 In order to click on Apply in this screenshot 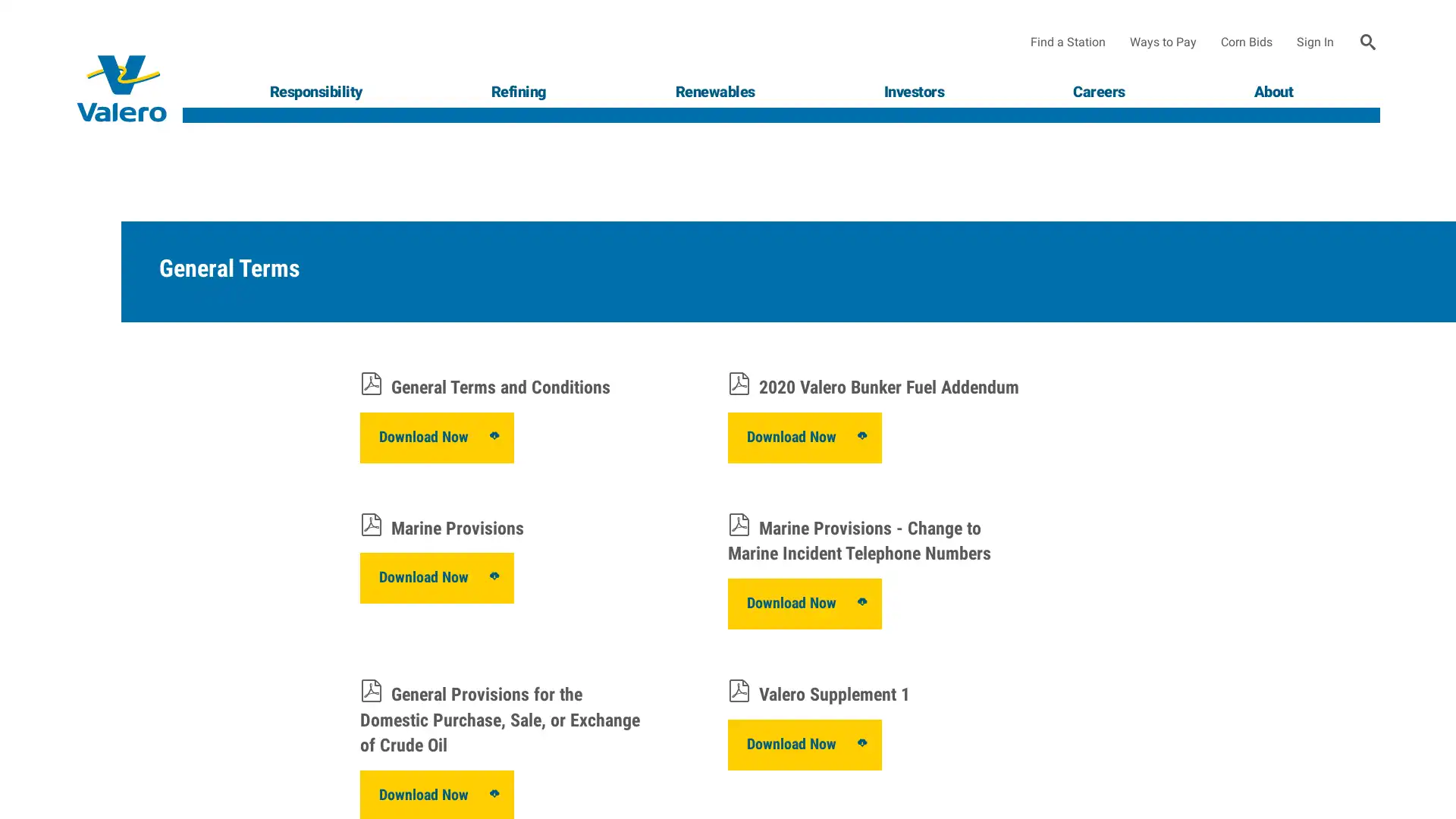, I will do `click(1368, 42)`.